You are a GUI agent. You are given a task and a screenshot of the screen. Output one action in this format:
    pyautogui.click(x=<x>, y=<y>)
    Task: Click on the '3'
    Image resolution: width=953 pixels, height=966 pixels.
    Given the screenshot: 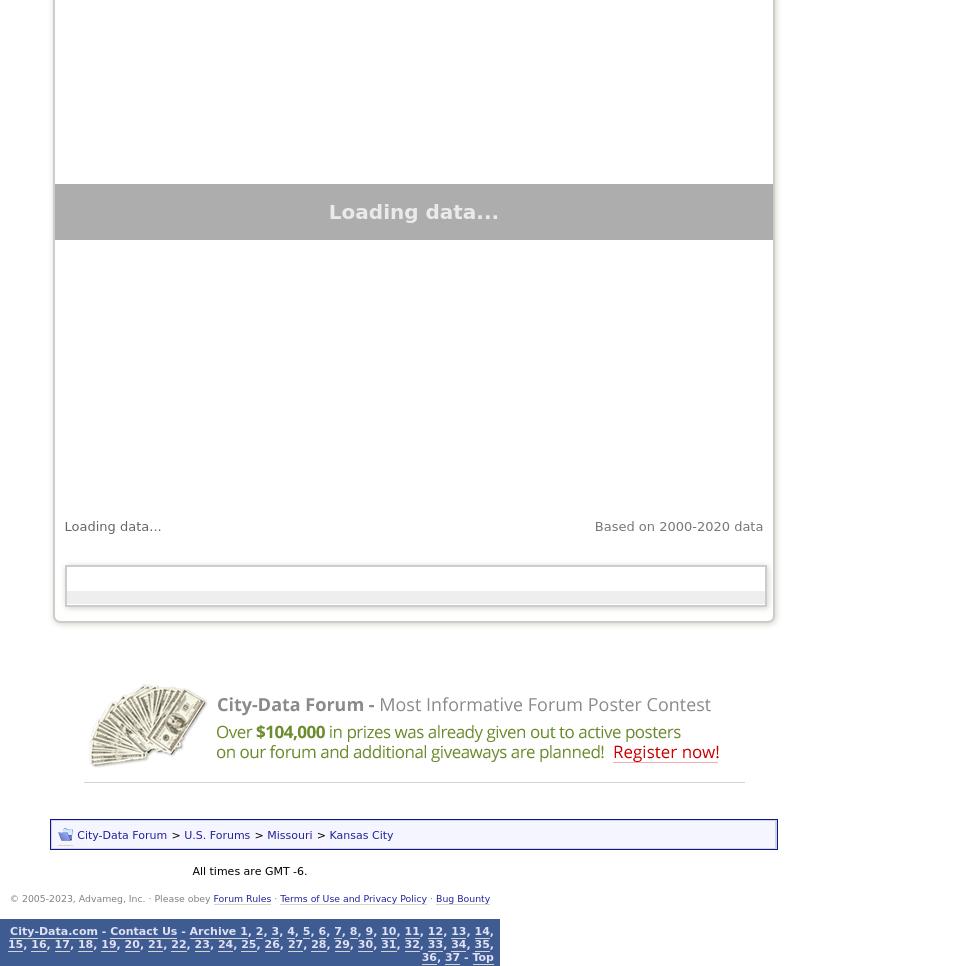 What is the action you would take?
    pyautogui.click(x=274, y=929)
    